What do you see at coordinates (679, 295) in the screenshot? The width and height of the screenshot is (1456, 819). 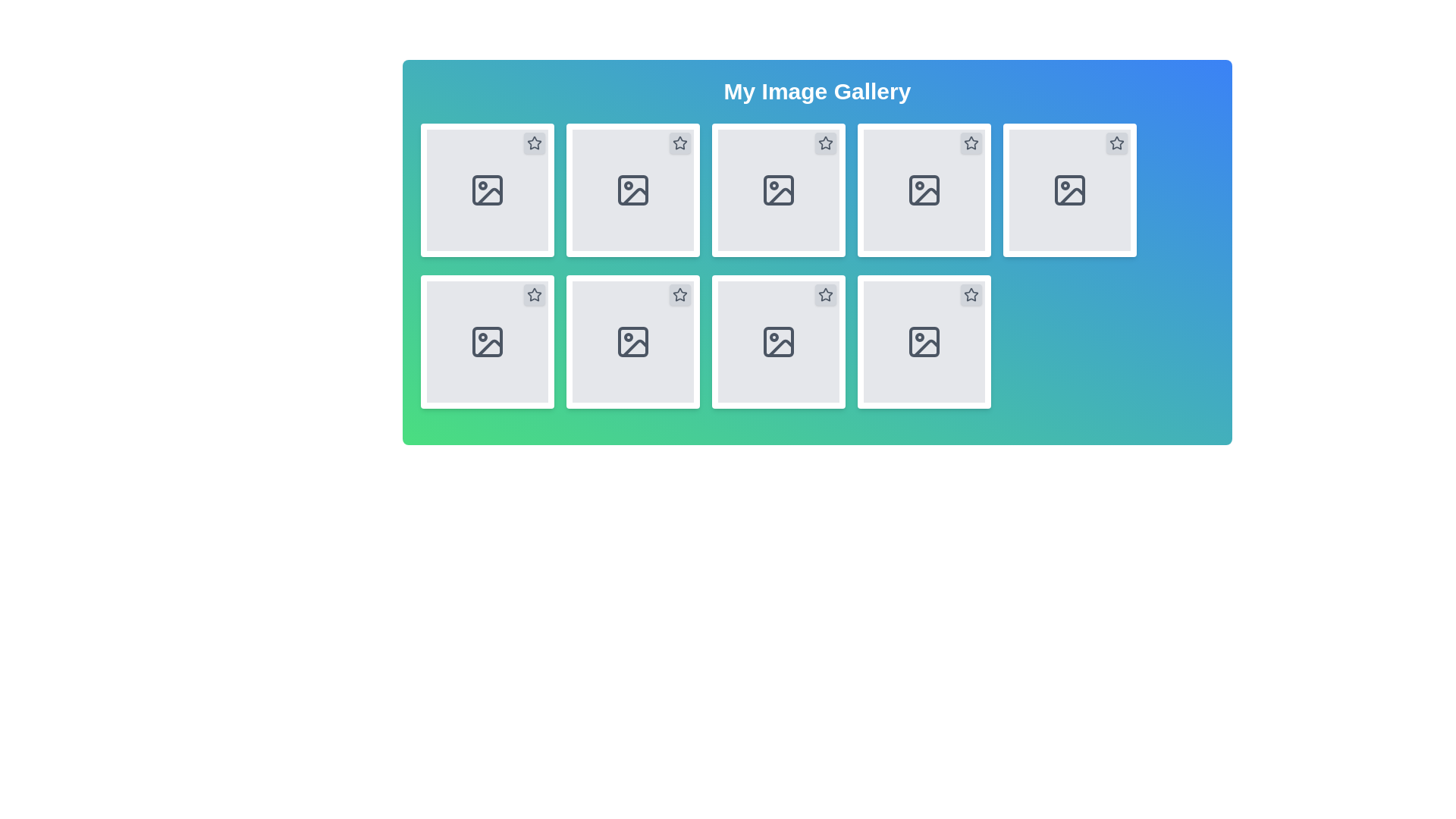 I see `the star-shaped button with a gray border and background located at the top-right corner of the tile in the grid layout to trigger the hover effect` at bounding box center [679, 295].